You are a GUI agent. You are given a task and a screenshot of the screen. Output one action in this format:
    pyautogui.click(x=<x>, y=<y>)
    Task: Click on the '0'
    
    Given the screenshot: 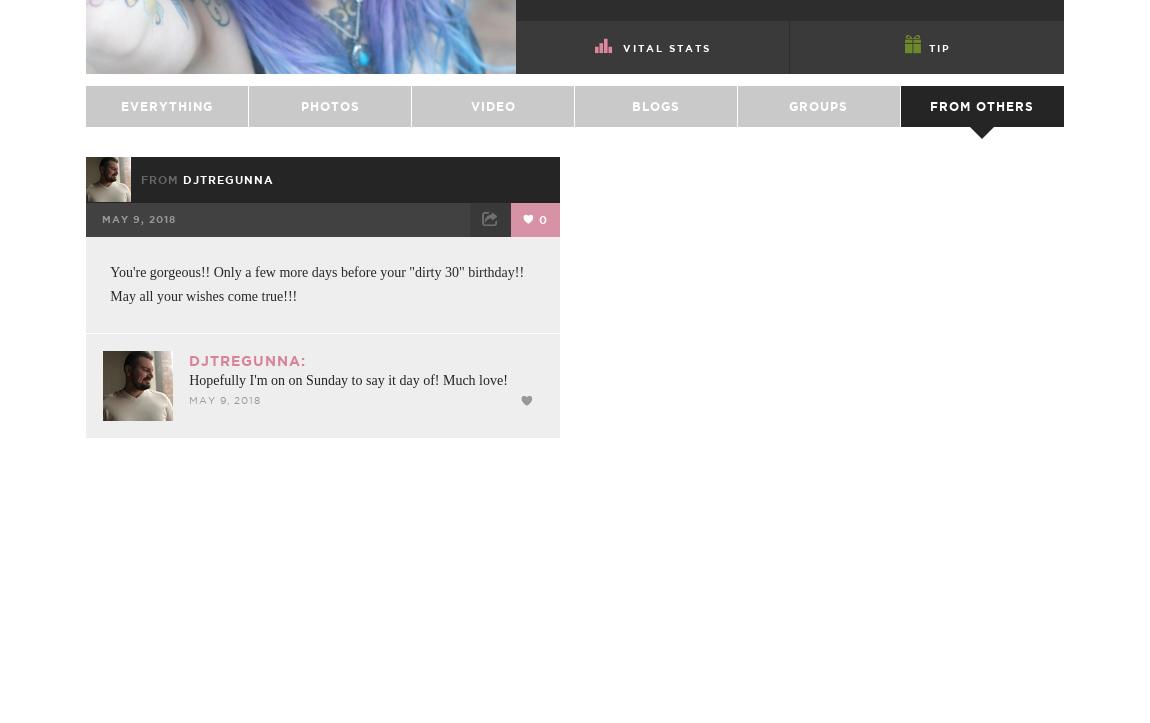 What is the action you would take?
    pyautogui.click(x=541, y=268)
    